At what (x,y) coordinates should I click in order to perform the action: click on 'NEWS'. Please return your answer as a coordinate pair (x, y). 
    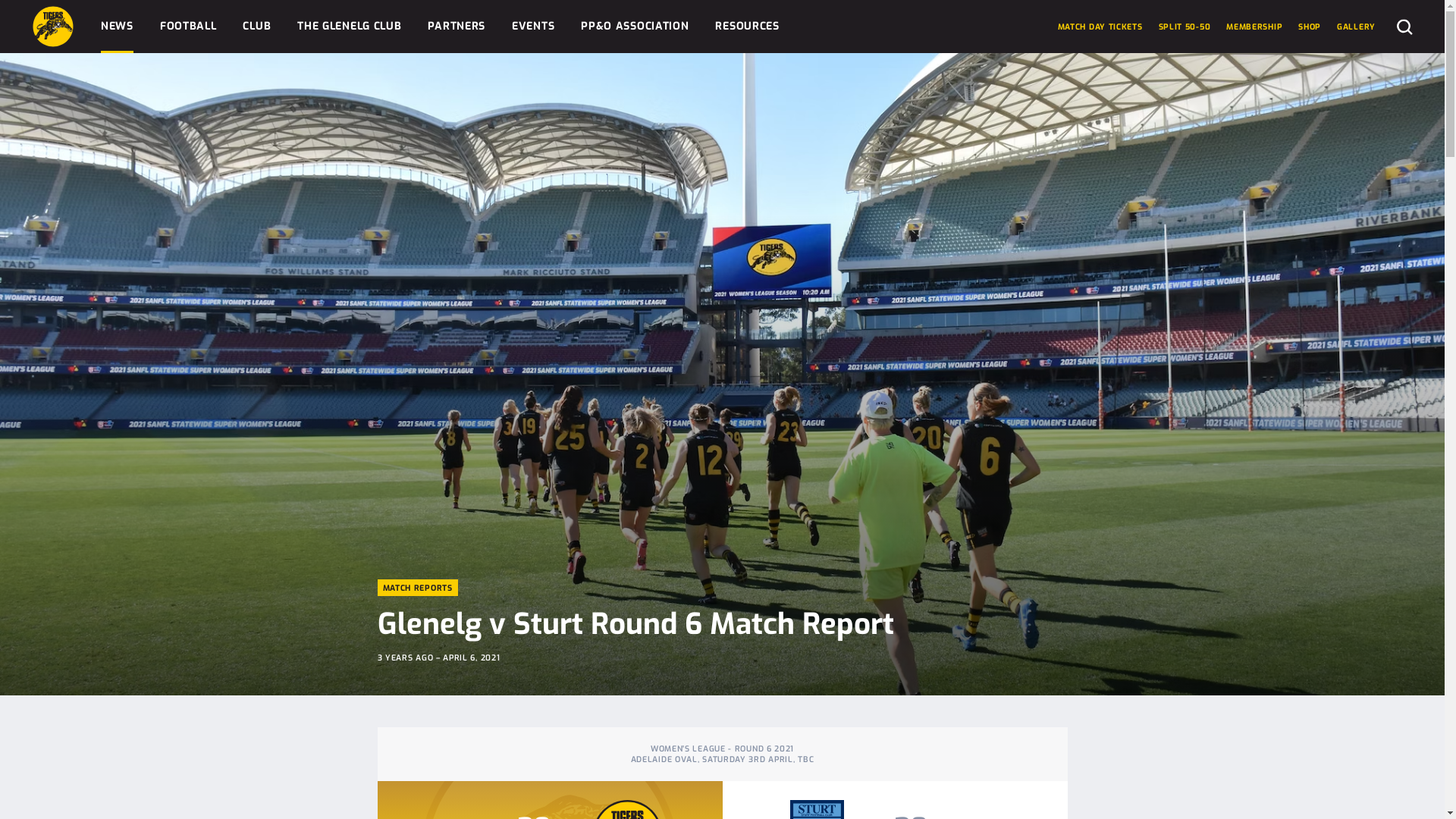
    Looking at the image, I should click on (116, 26).